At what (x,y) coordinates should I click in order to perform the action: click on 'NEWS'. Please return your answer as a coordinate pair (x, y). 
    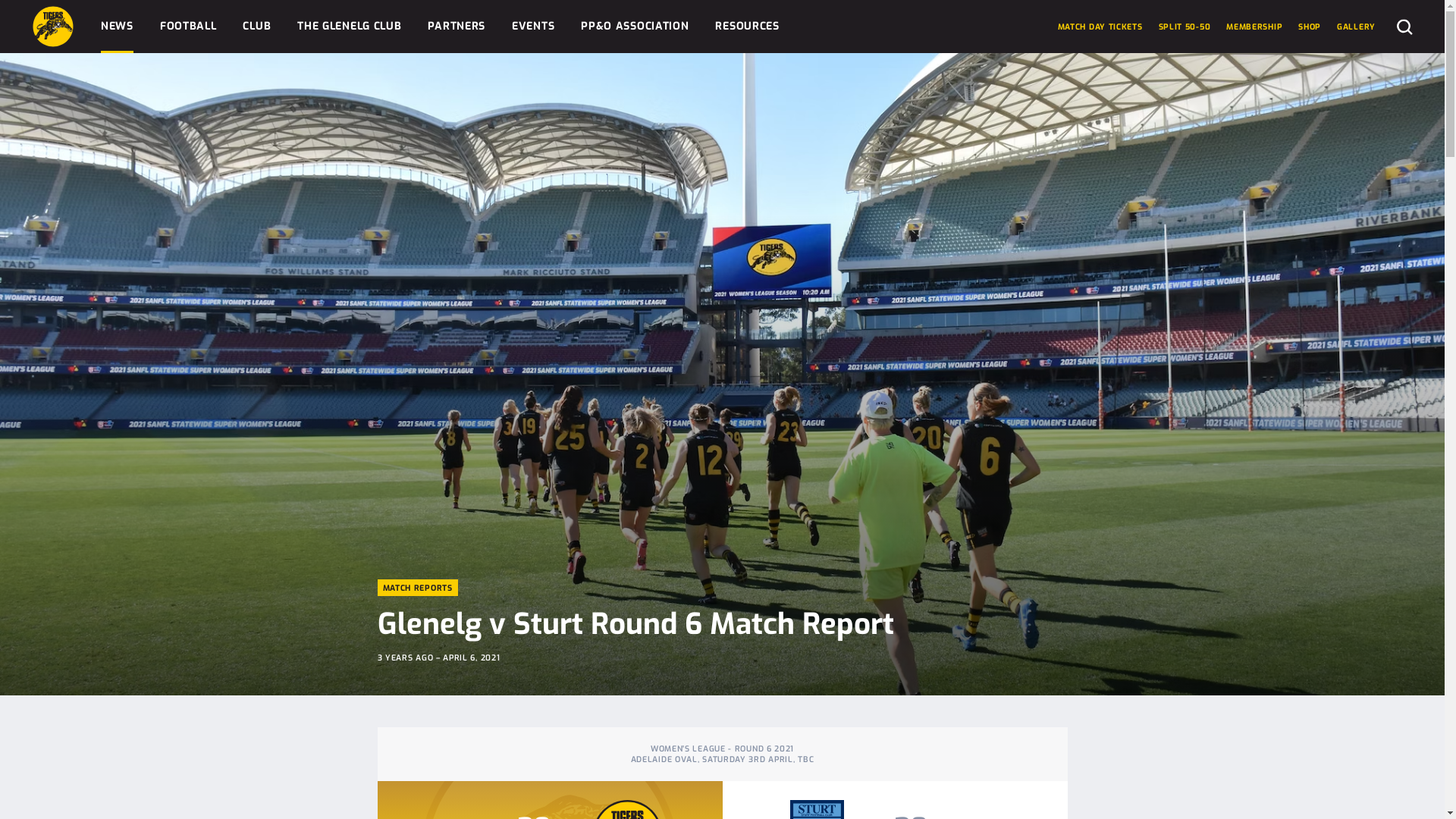
    Looking at the image, I should click on (116, 26).